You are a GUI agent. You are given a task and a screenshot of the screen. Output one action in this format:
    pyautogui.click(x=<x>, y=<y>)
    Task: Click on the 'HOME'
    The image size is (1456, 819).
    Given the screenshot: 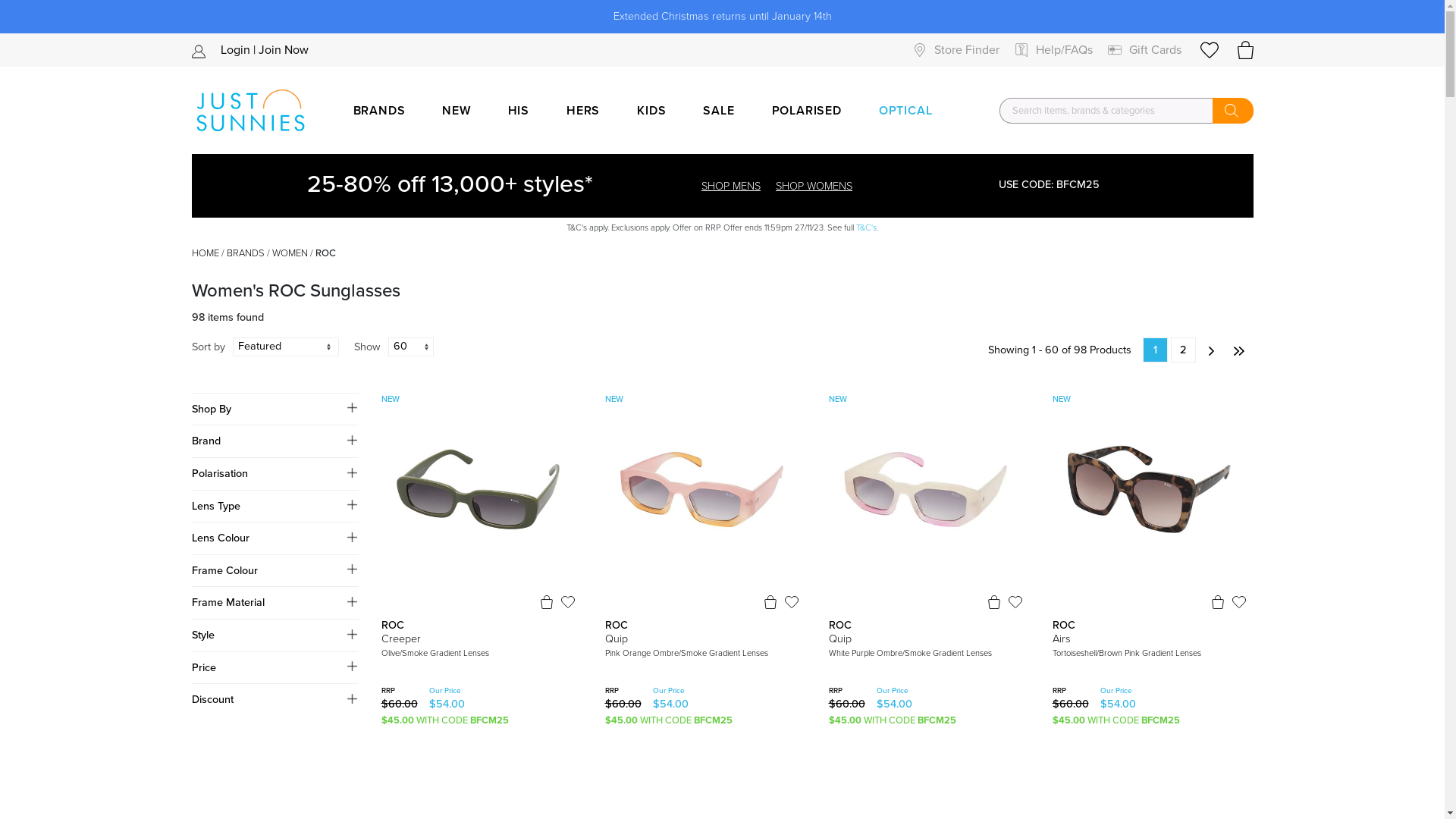 What is the action you would take?
    pyautogui.click(x=203, y=252)
    